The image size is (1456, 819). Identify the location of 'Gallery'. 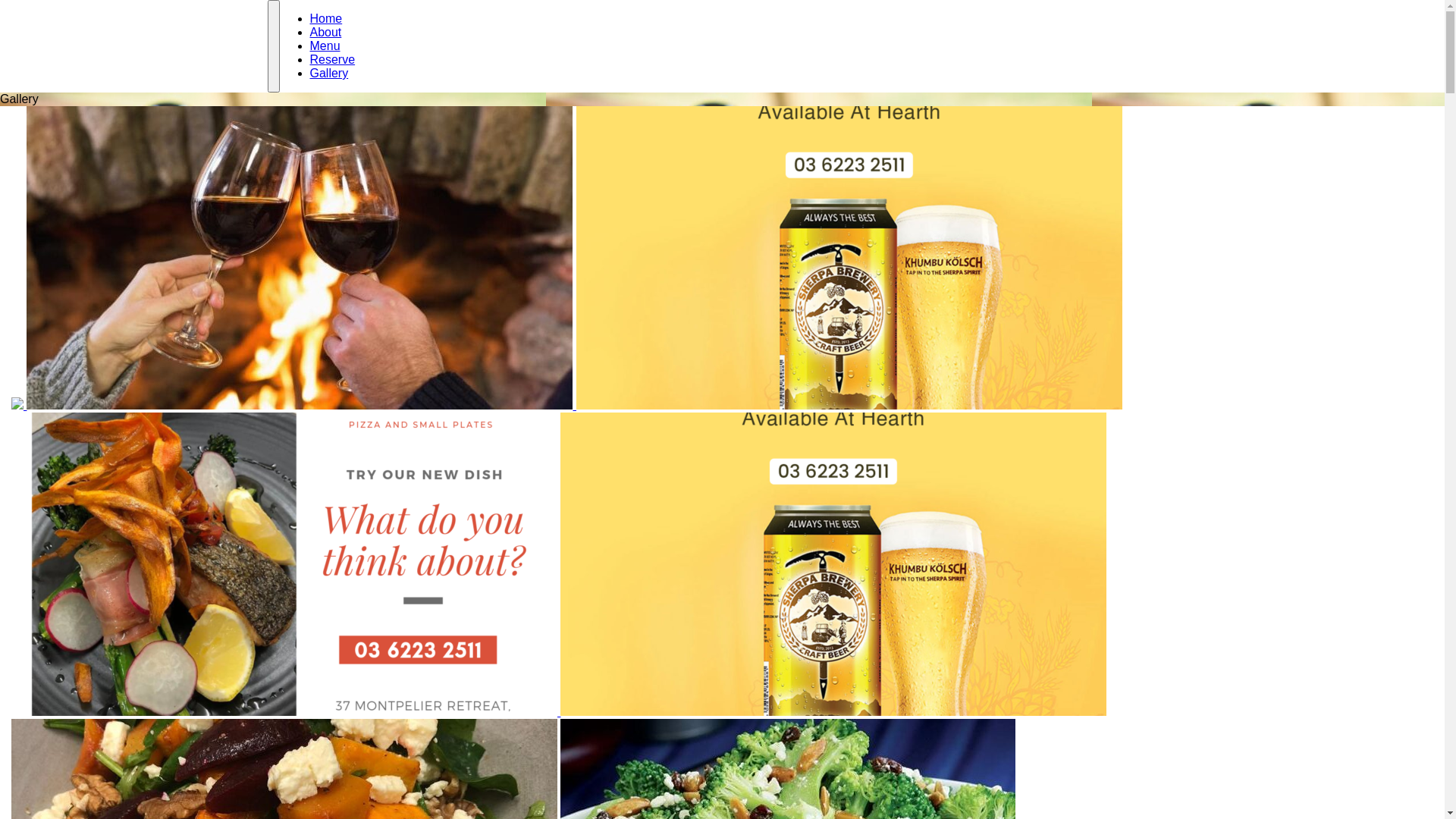
(328, 73).